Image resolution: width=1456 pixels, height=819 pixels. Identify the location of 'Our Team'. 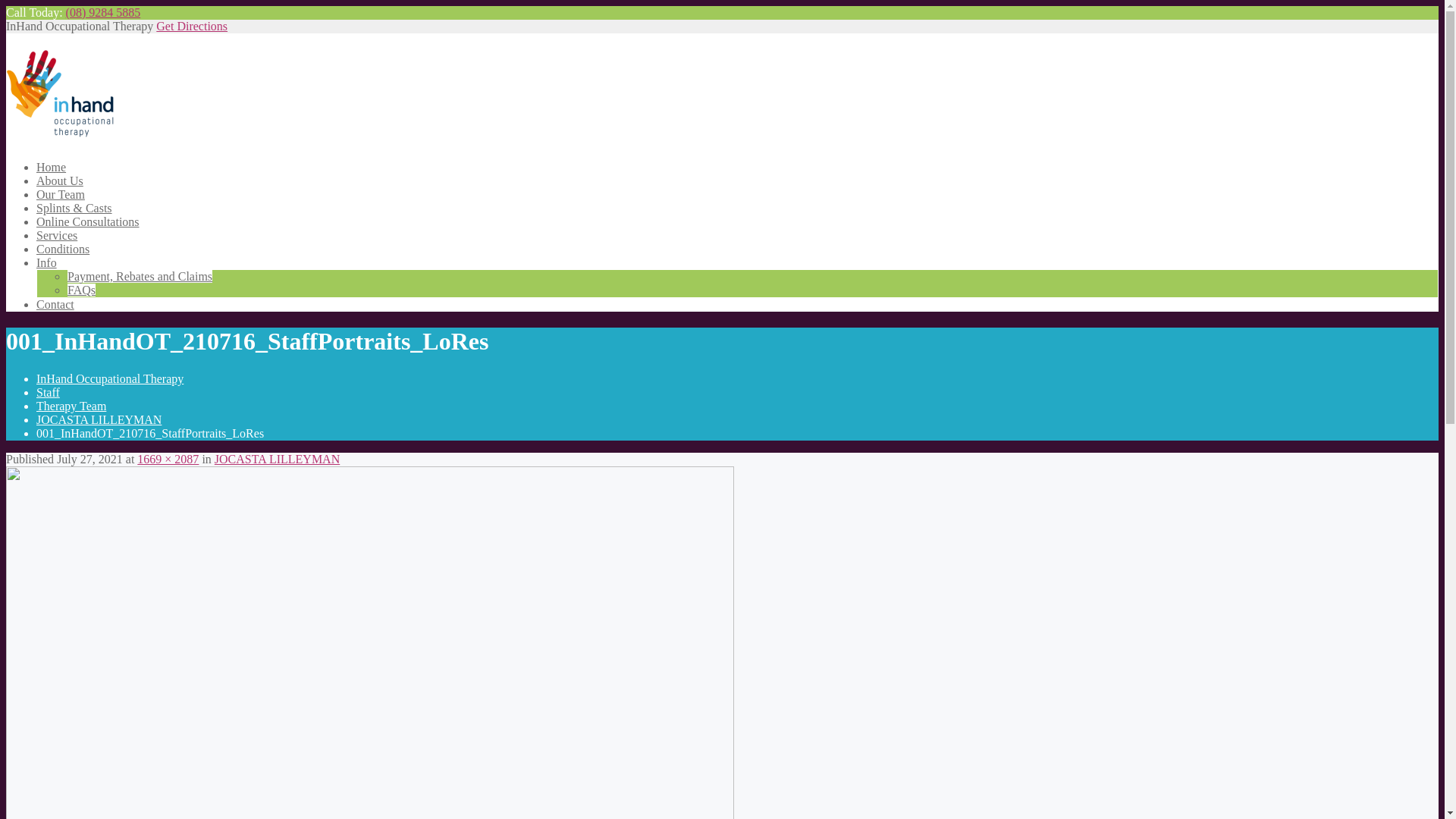
(61, 193).